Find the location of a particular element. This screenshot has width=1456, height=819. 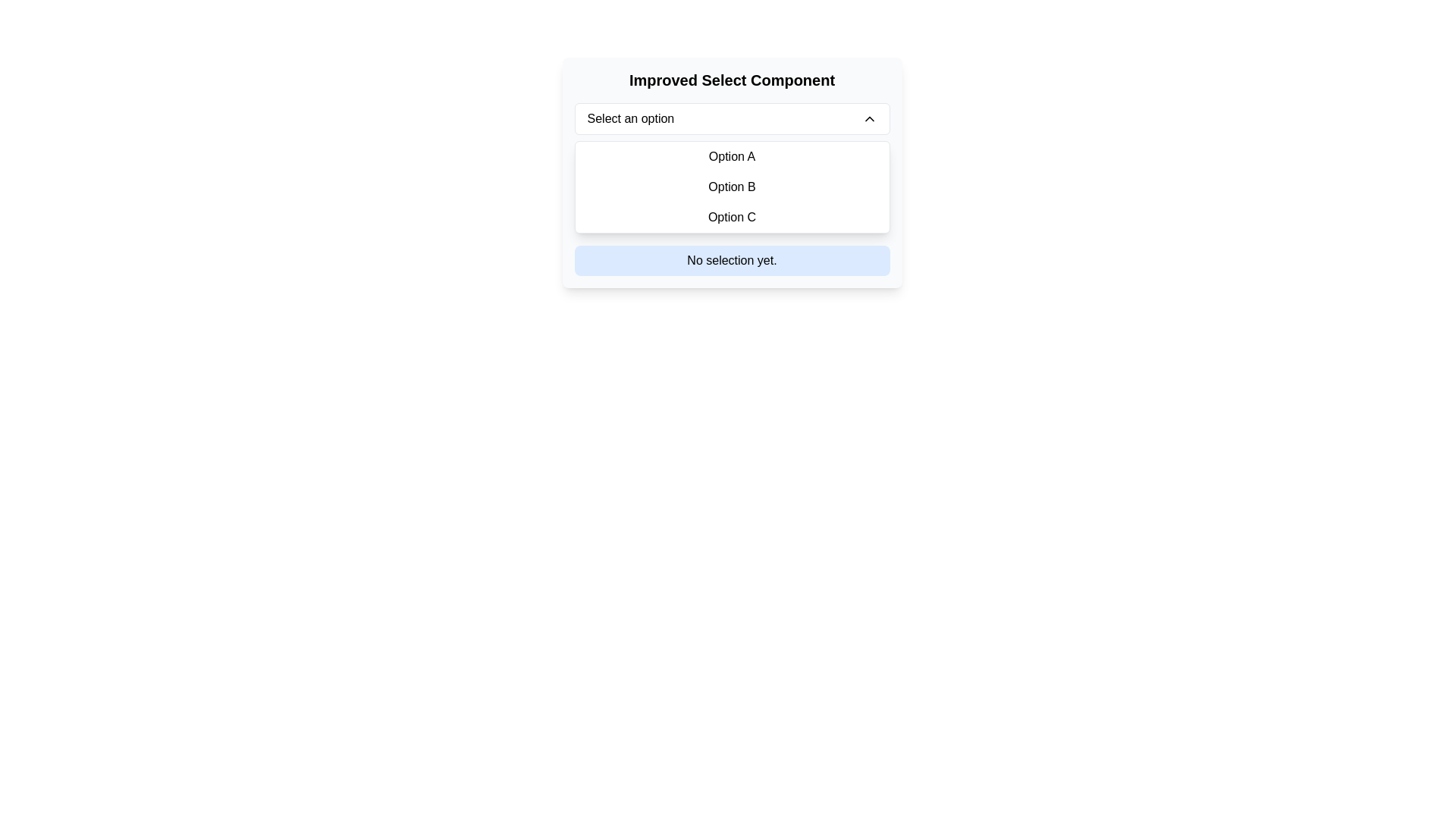

the status message indicating that no option has been selected in the 'Improved Select Component' panel is located at coordinates (732, 259).